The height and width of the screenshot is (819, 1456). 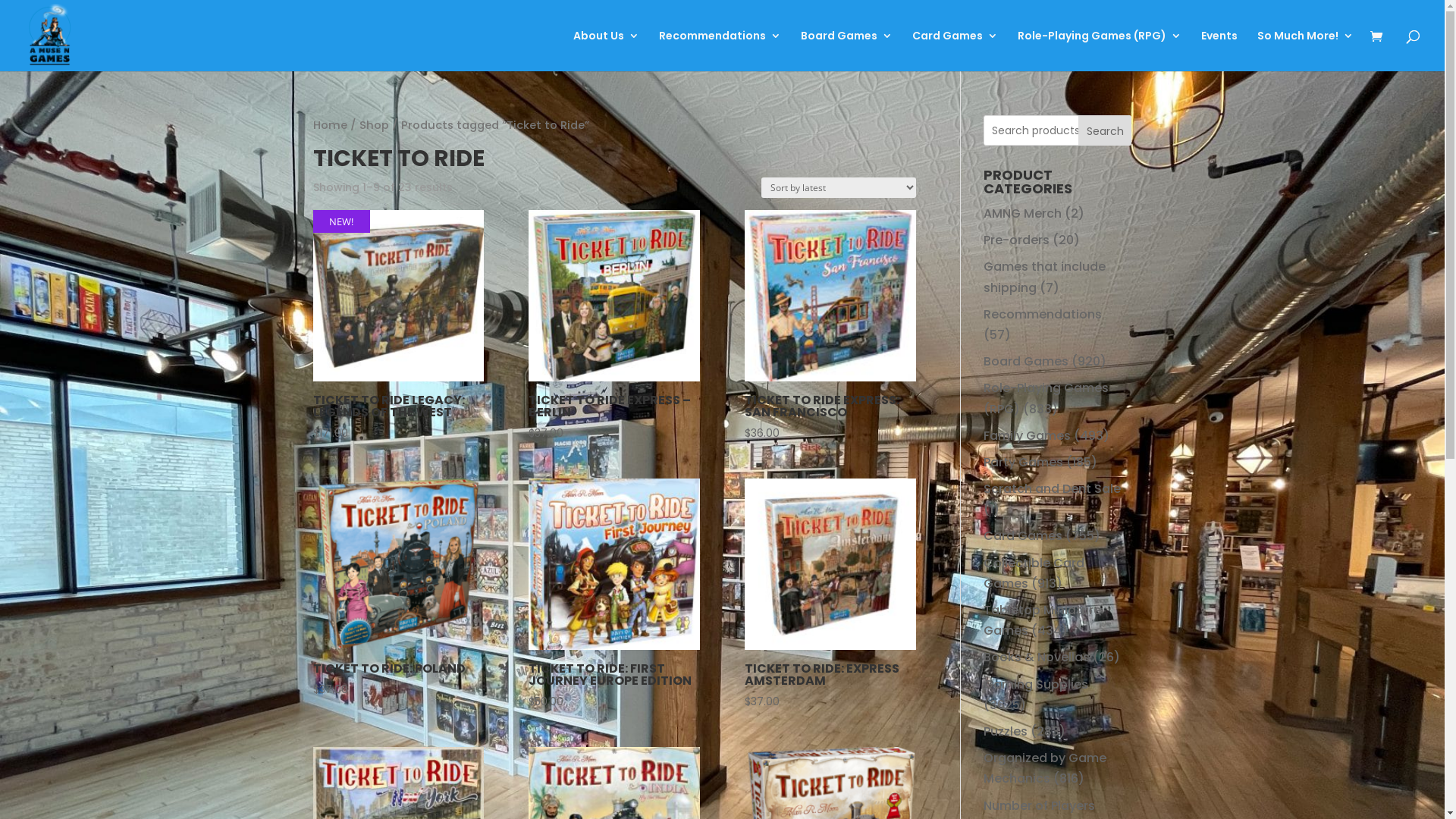 What do you see at coordinates (1022, 213) in the screenshot?
I see `'AMNG Merch'` at bounding box center [1022, 213].